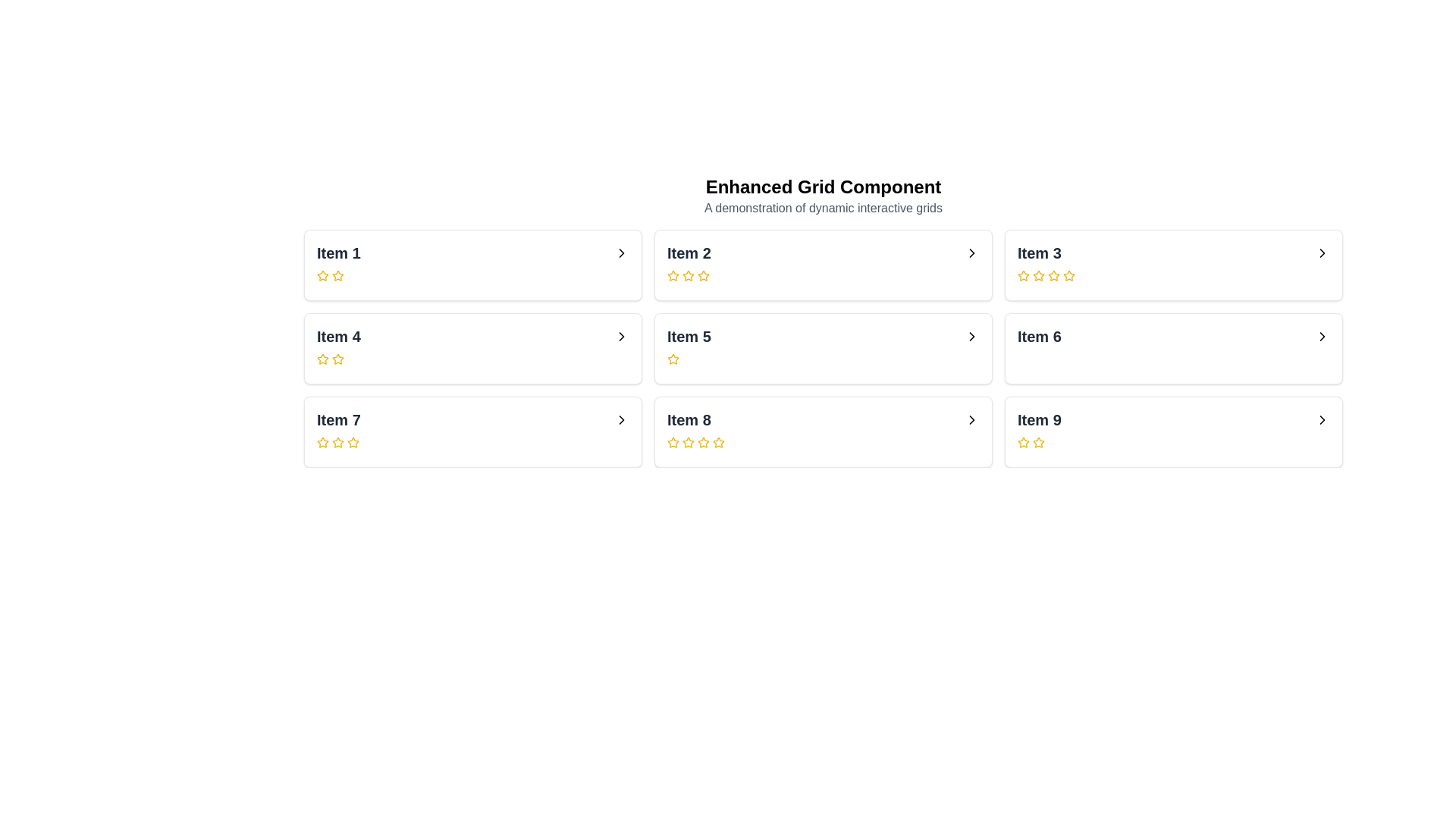 This screenshot has width=1456, height=819. Describe the element at coordinates (1037, 275) in the screenshot. I see `the third star icon in the sequence of five under the text 'Item 3' in the 'Enhanced Grid Component' interface` at that location.